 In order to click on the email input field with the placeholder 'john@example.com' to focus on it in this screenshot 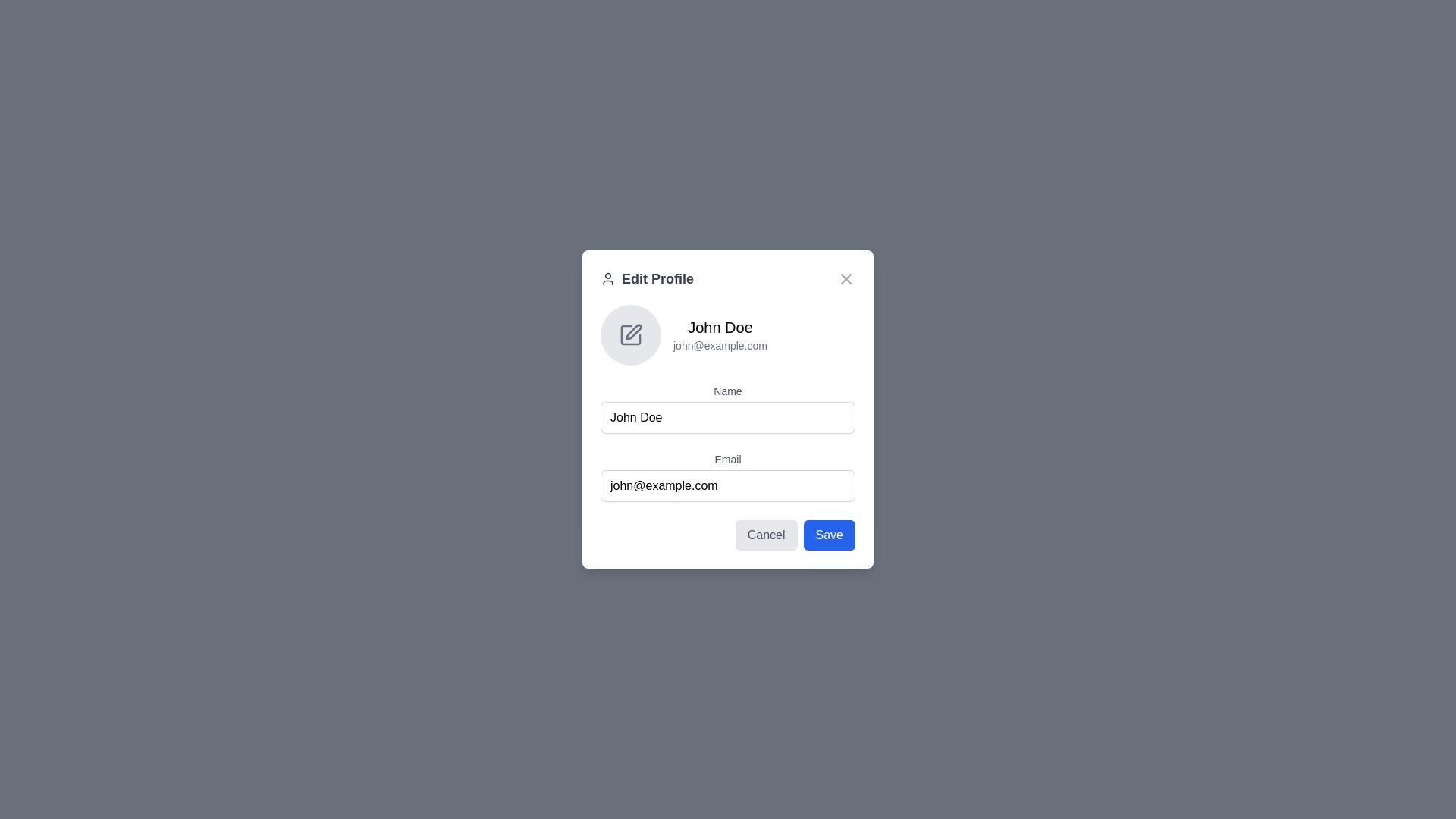, I will do `click(728, 485)`.